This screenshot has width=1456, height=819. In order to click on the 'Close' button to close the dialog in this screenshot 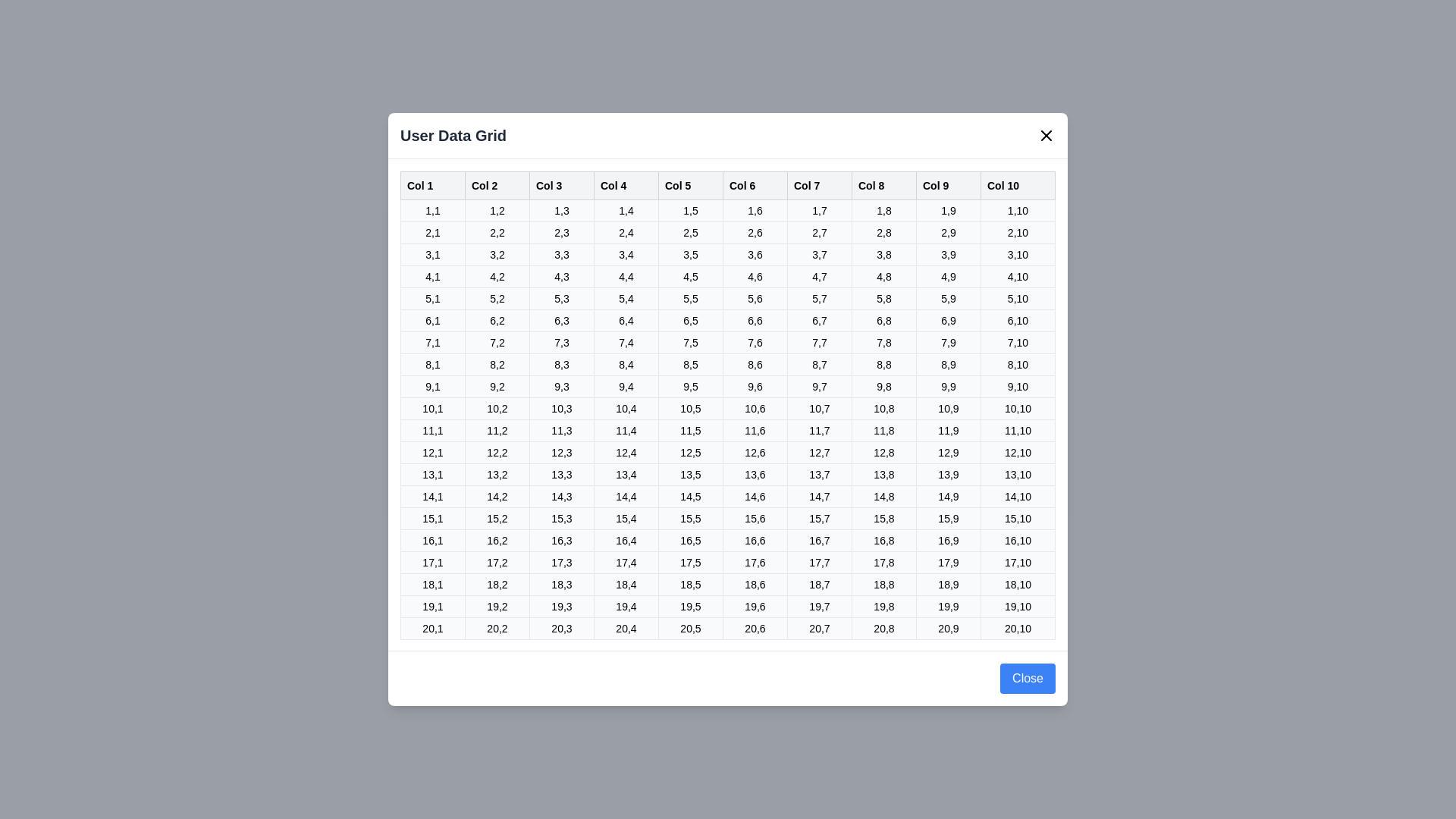, I will do `click(1027, 677)`.